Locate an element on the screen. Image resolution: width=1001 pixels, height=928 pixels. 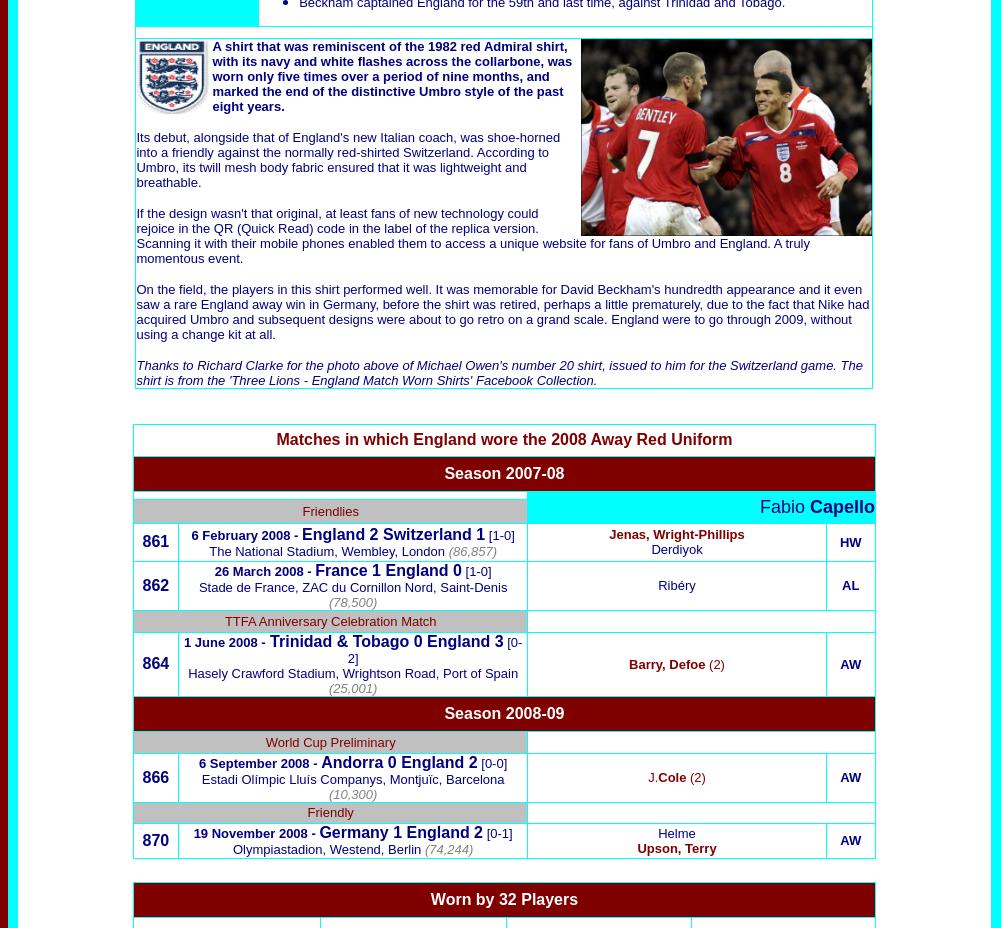
'[0-1]' is located at coordinates (498, 833).